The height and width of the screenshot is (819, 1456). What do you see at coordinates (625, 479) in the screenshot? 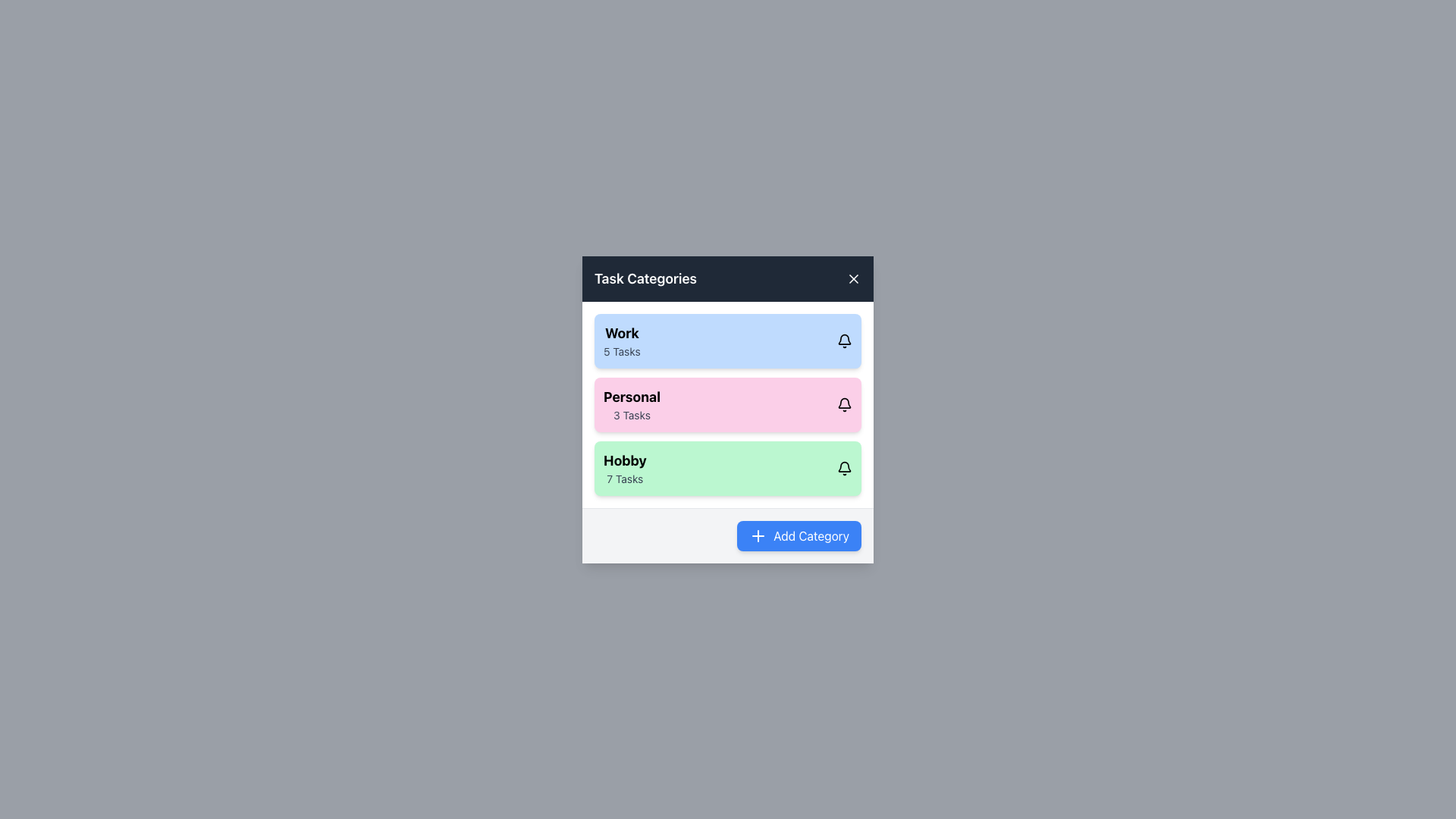
I see `the static text label displaying the number of tasks under the 'Hobby' category located in the bottom section of the 'Task Categories' dialog` at bounding box center [625, 479].